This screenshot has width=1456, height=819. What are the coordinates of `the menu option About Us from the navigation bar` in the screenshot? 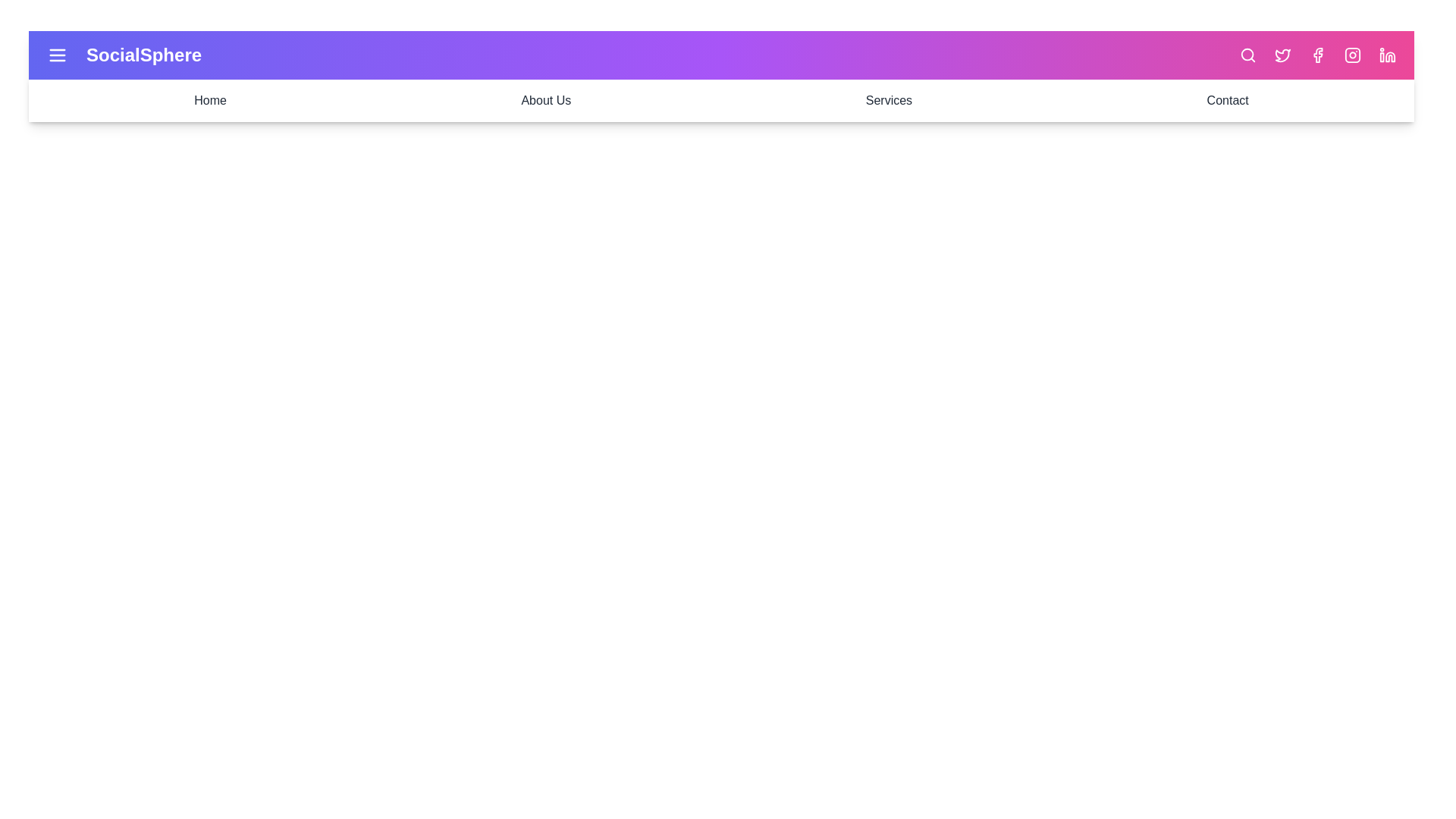 It's located at (546, 100).